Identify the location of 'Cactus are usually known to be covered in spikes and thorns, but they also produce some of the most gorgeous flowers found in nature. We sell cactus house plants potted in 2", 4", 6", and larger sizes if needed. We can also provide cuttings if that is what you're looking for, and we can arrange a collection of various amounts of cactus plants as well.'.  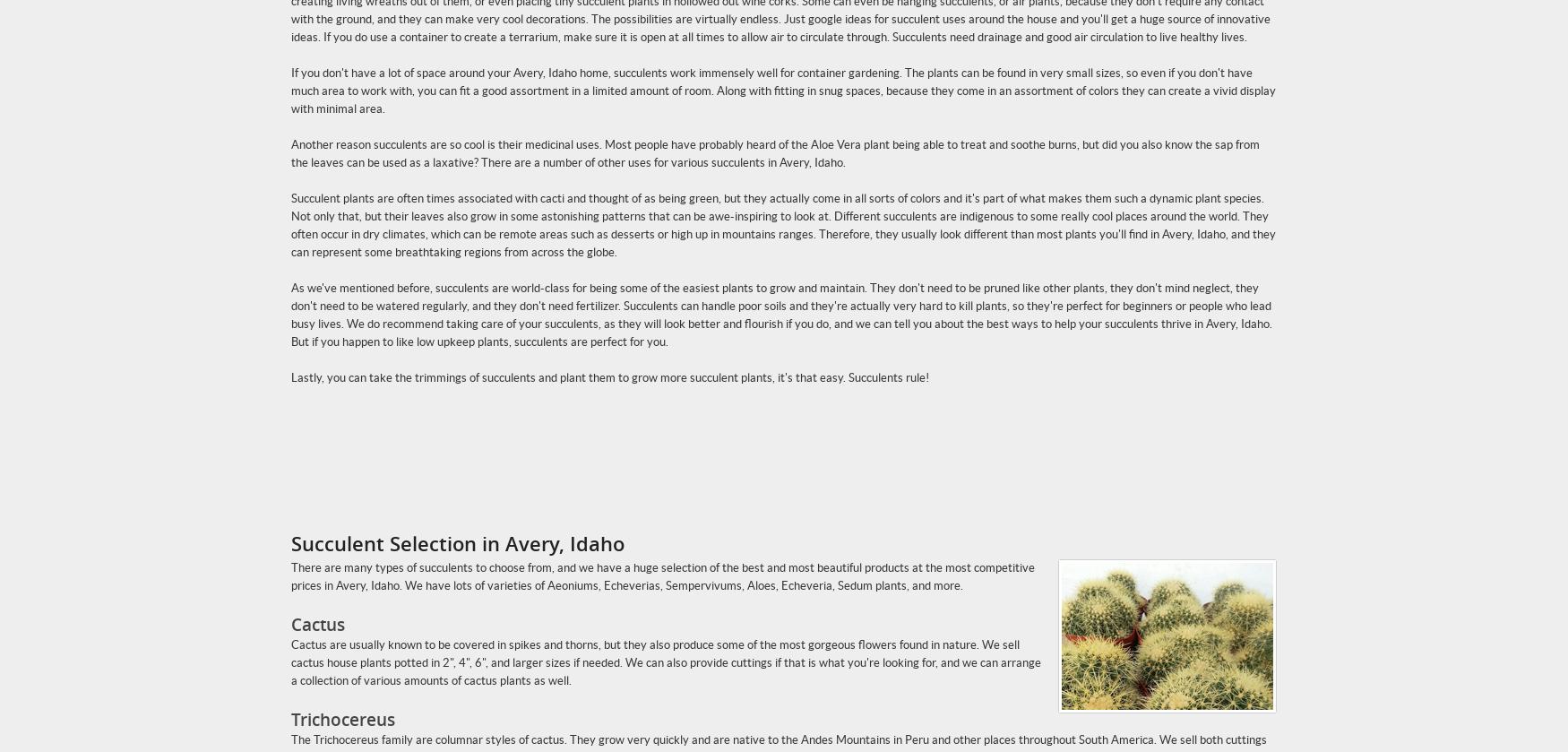
(666, 661).